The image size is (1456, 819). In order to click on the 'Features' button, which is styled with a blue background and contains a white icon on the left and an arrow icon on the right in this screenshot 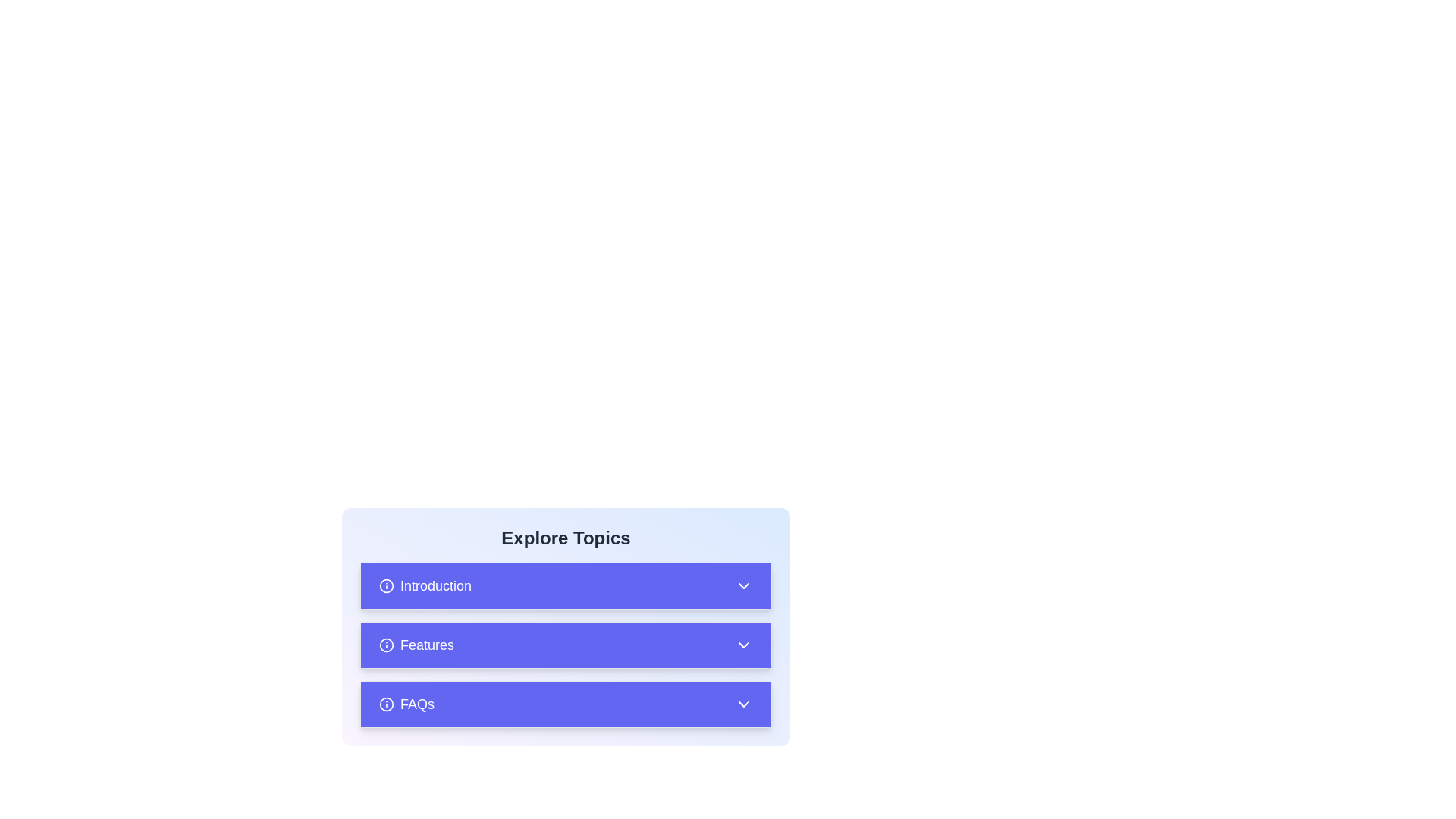, I will do `click(565, 618)`.